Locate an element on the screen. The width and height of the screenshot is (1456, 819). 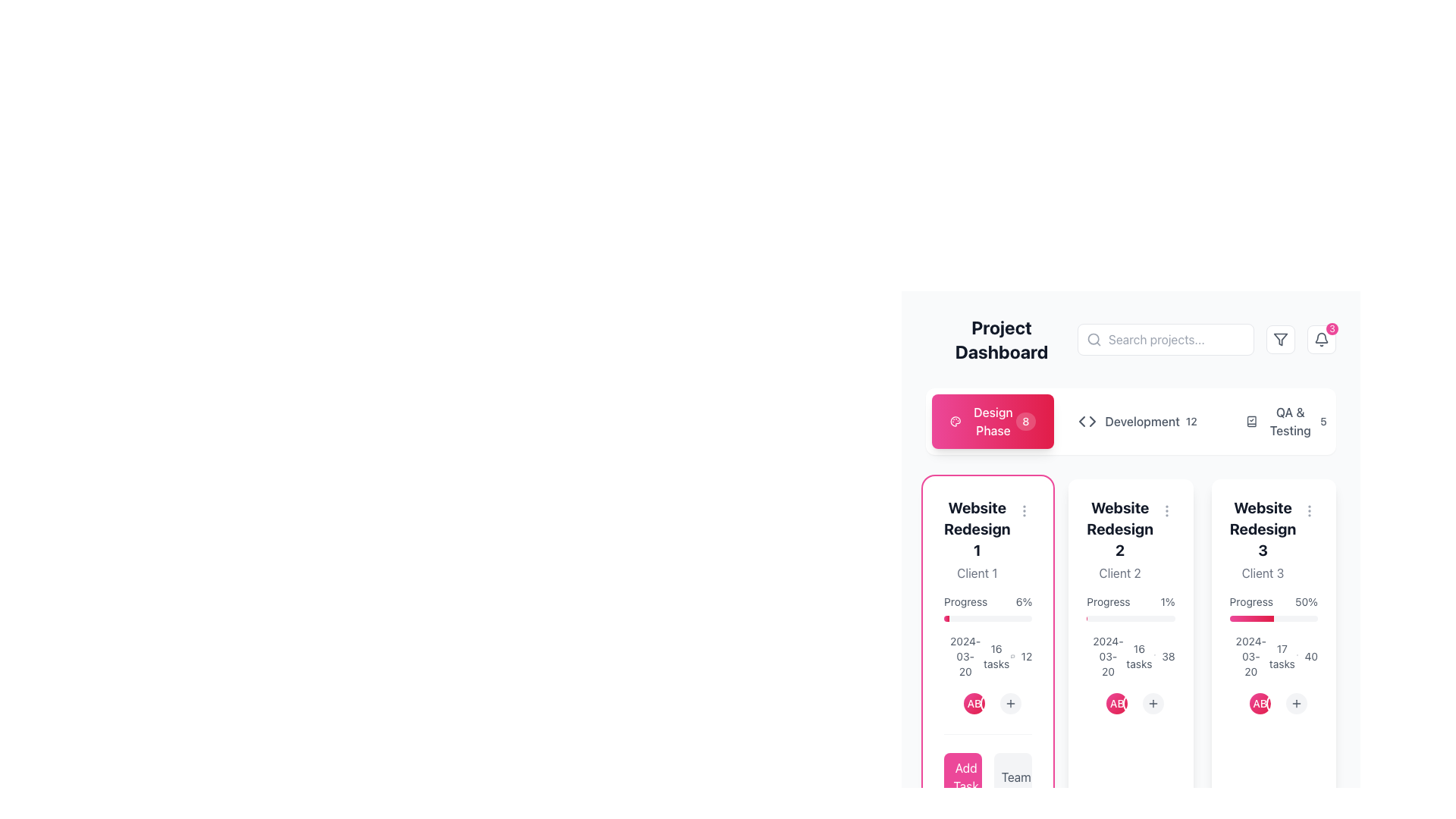
the text label displaying 'Progress' located in the rightmost card labeled 'Website Redesign 3', positioned above the '50%' percentage value and below the card's title is located at coordinates (1251, 601).